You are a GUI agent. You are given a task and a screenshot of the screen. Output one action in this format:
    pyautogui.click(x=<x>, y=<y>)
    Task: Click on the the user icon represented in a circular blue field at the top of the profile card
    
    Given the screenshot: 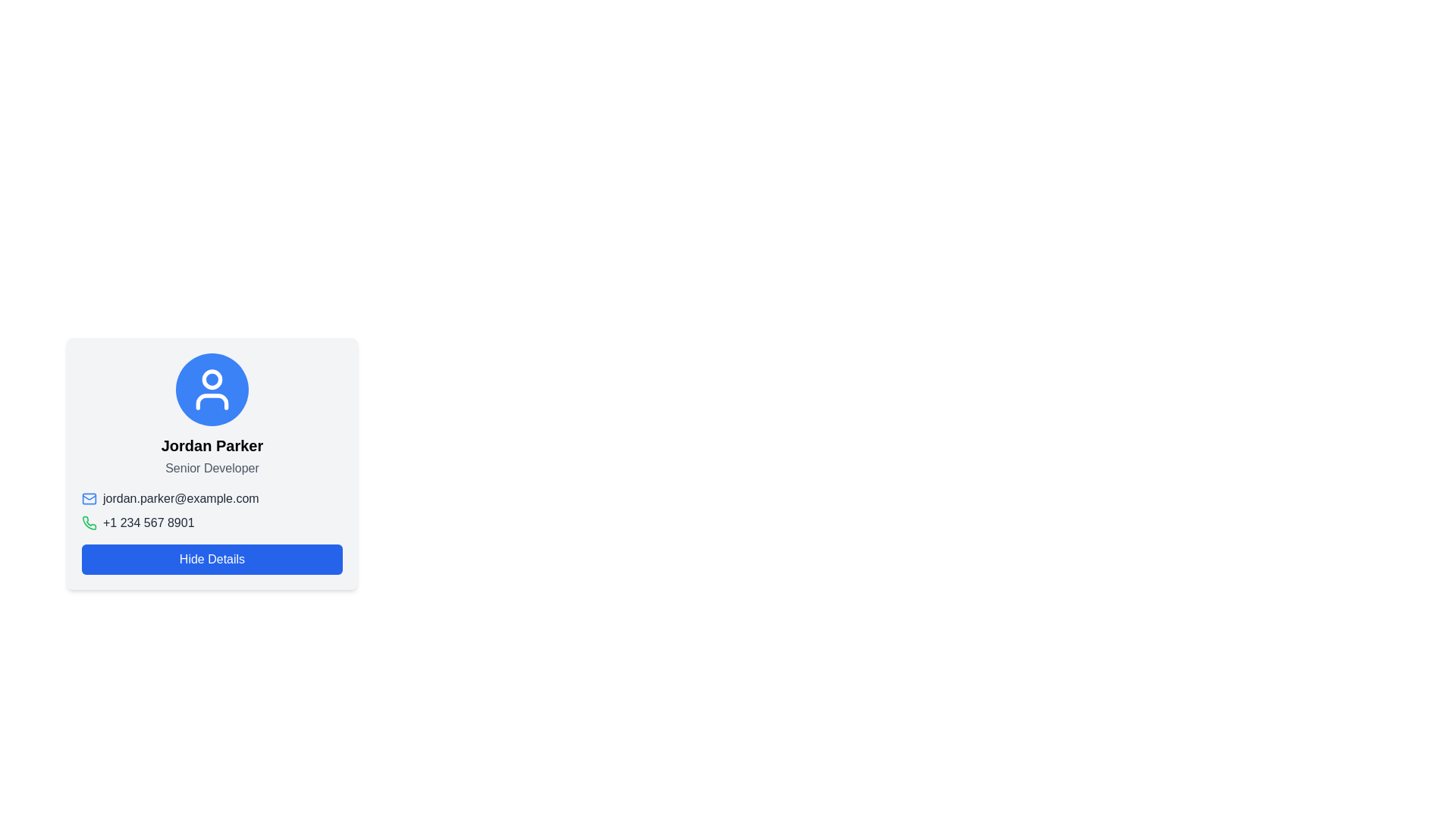 What is the action you would take?
    pyautogui.click(x=211, y=388)
    